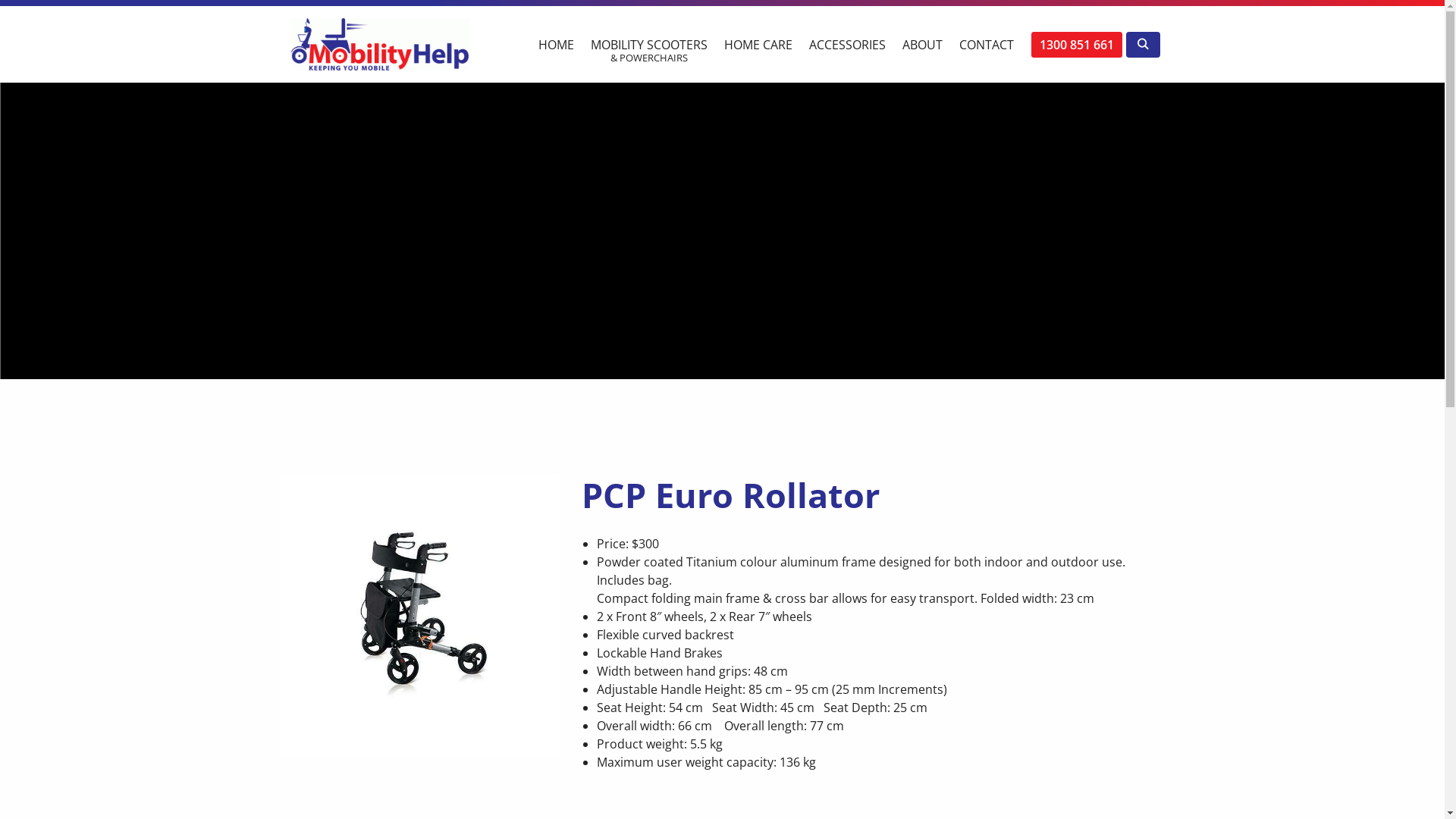 The height and width of the screenshot is (819, 1456). Describe the element at coordinates (758, 36) in the screenshot. I see `'HOME CARE'` at that location.